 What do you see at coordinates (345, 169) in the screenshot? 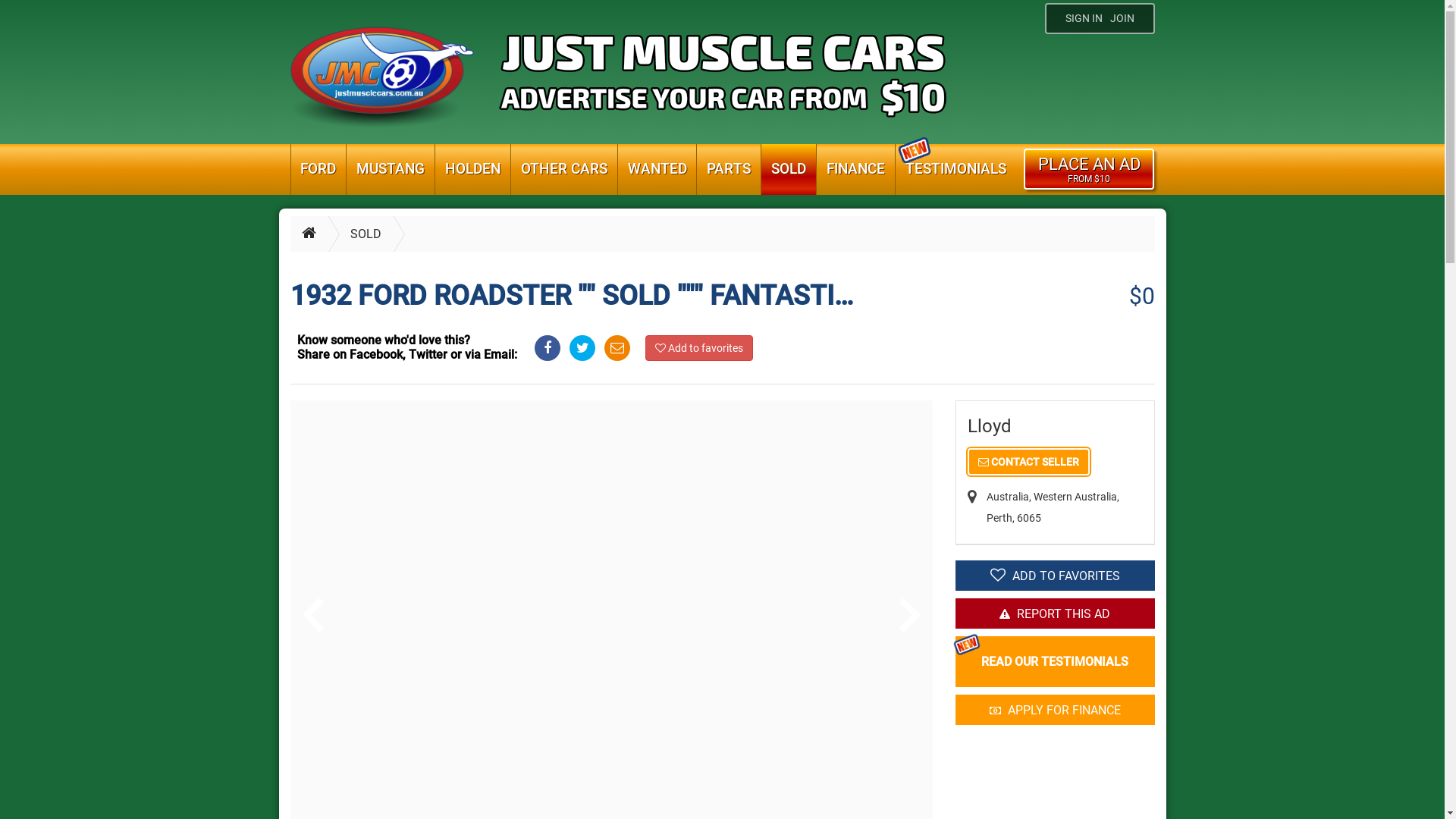
I see `'MUSTANG'` at bounding box center [345, 169].